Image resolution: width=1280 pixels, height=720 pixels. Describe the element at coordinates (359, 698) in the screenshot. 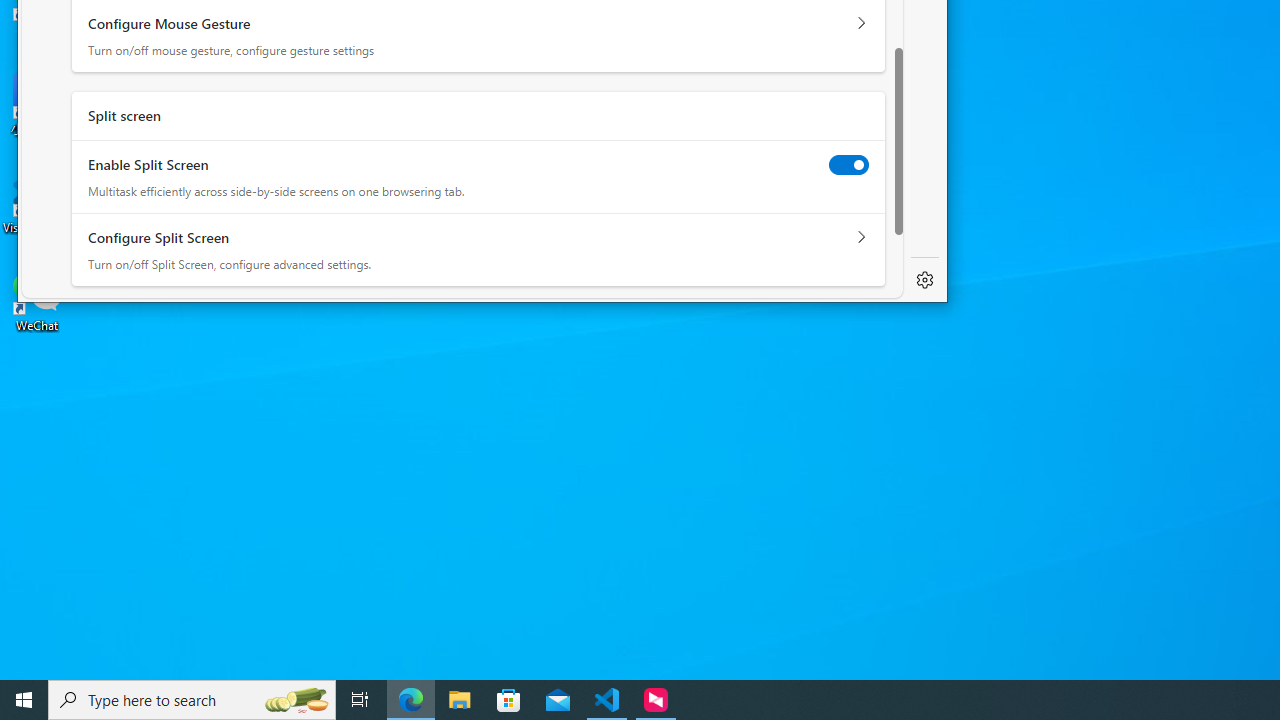

I see `'Task View'` at that location.